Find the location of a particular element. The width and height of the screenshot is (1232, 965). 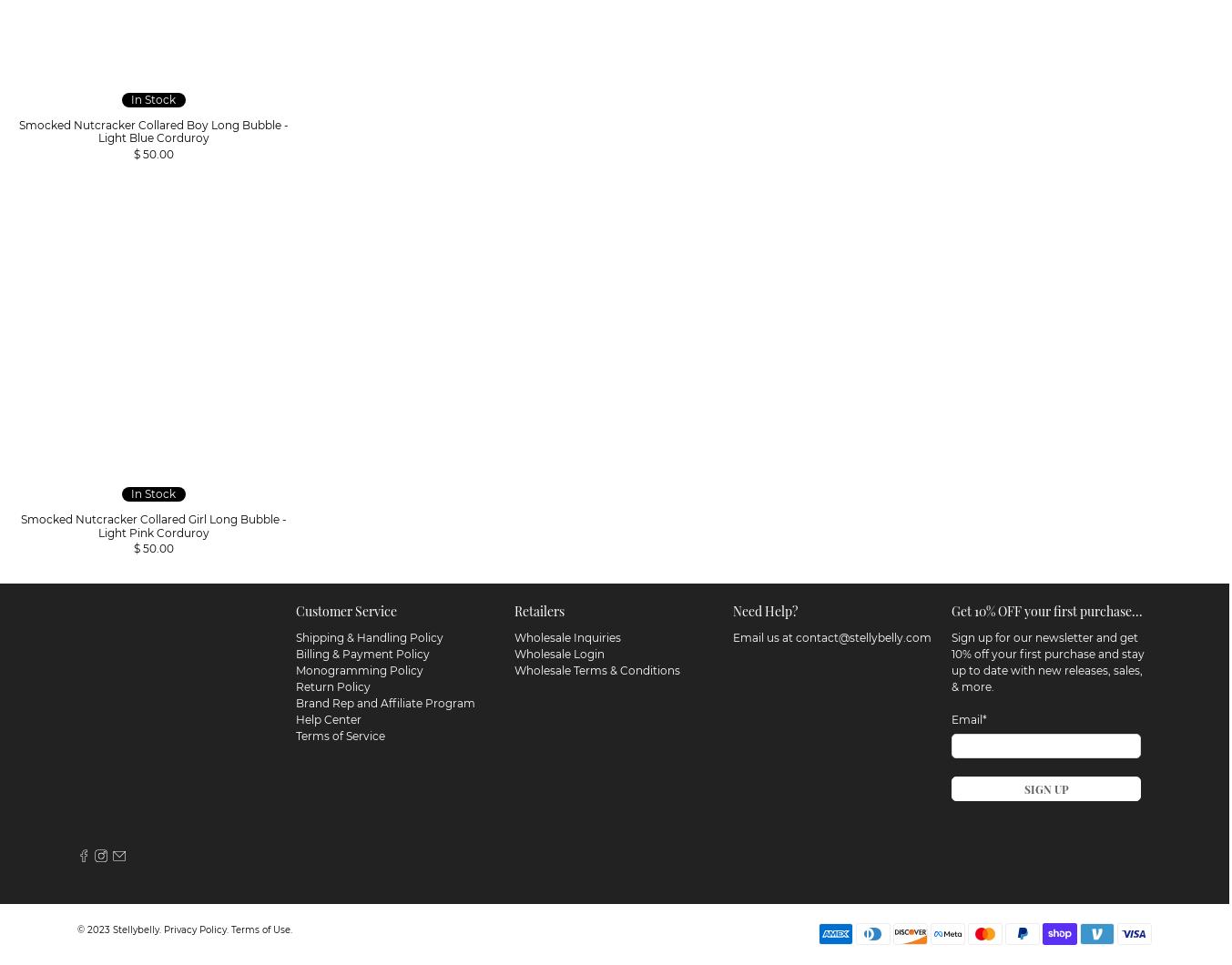

'Monogramming Policy' is located at coordinates (359, 666).